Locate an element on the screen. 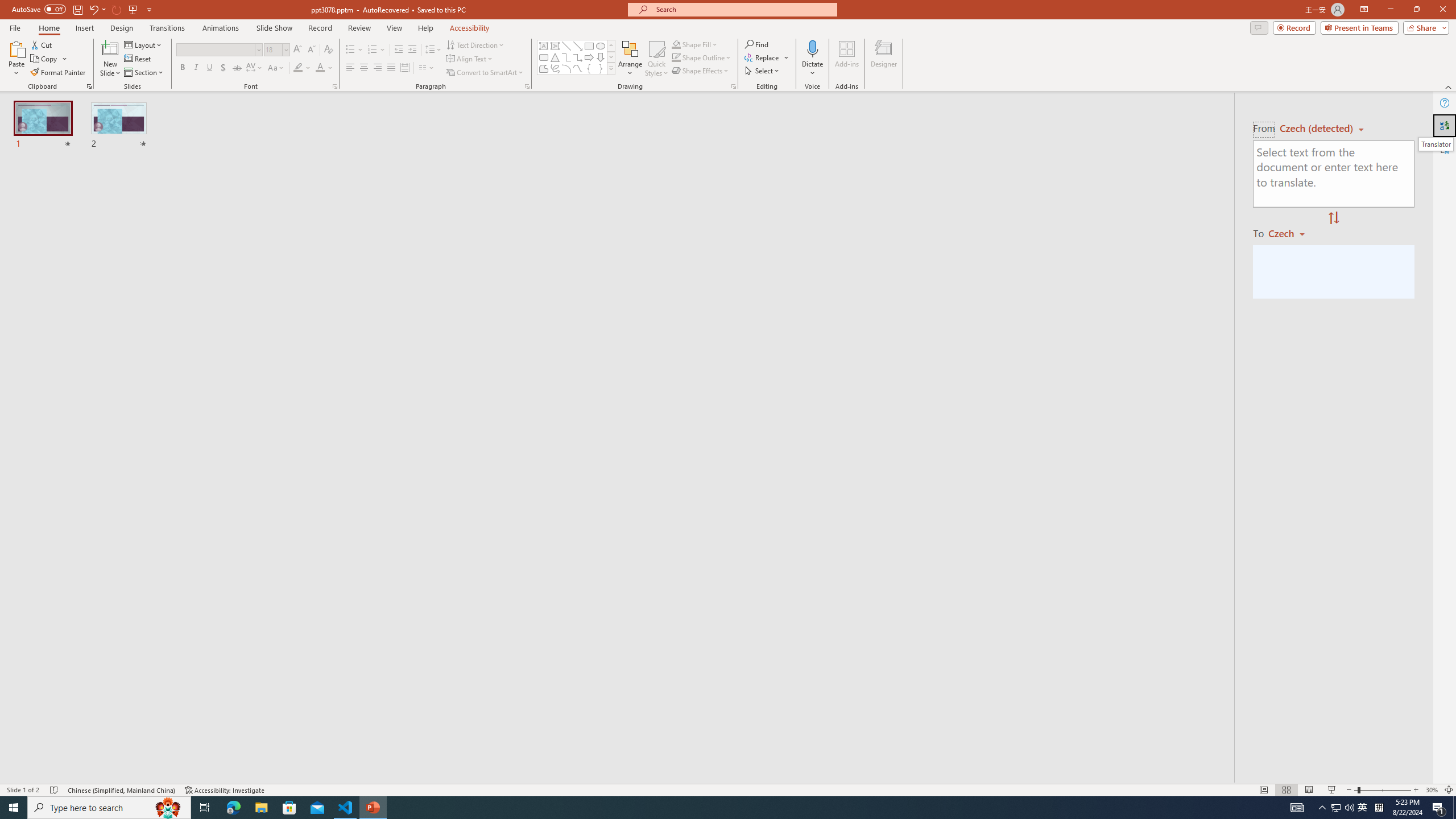  'Align Right' is located at coordinates (378, 67).